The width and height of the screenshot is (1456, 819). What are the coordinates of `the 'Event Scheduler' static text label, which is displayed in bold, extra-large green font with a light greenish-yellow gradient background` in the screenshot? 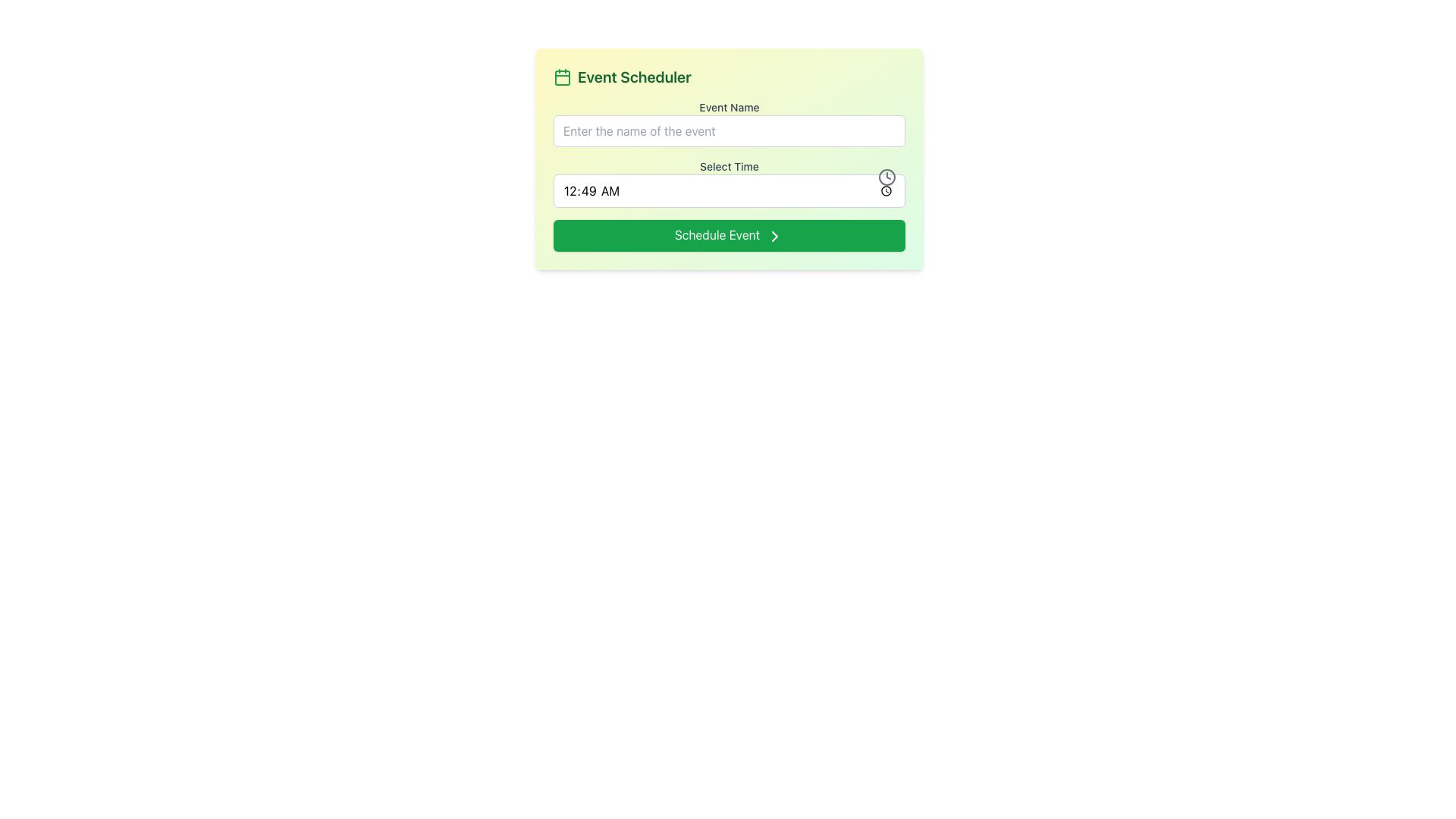 It's located at (634, 77).